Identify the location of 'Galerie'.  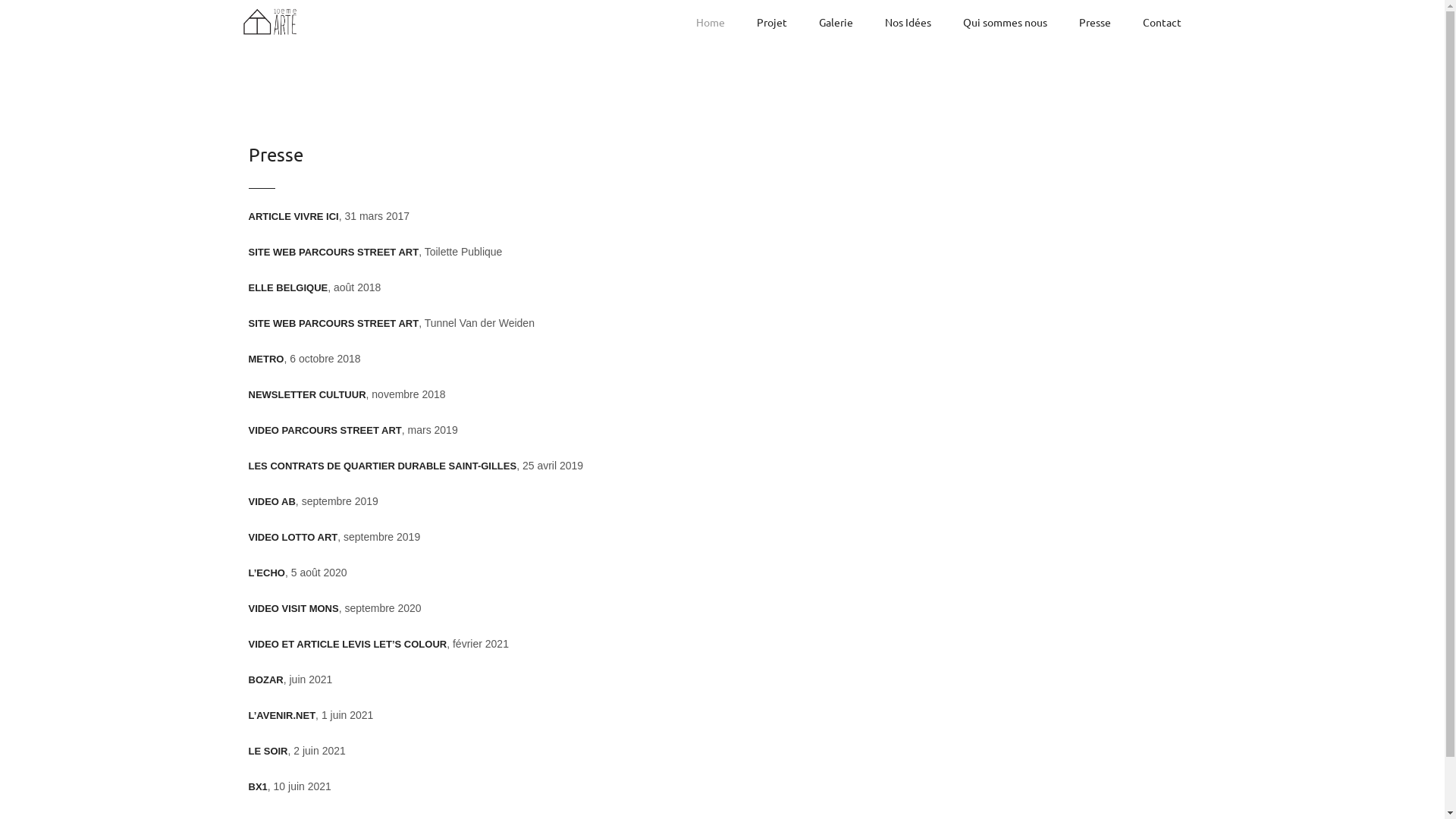
(835, 22).